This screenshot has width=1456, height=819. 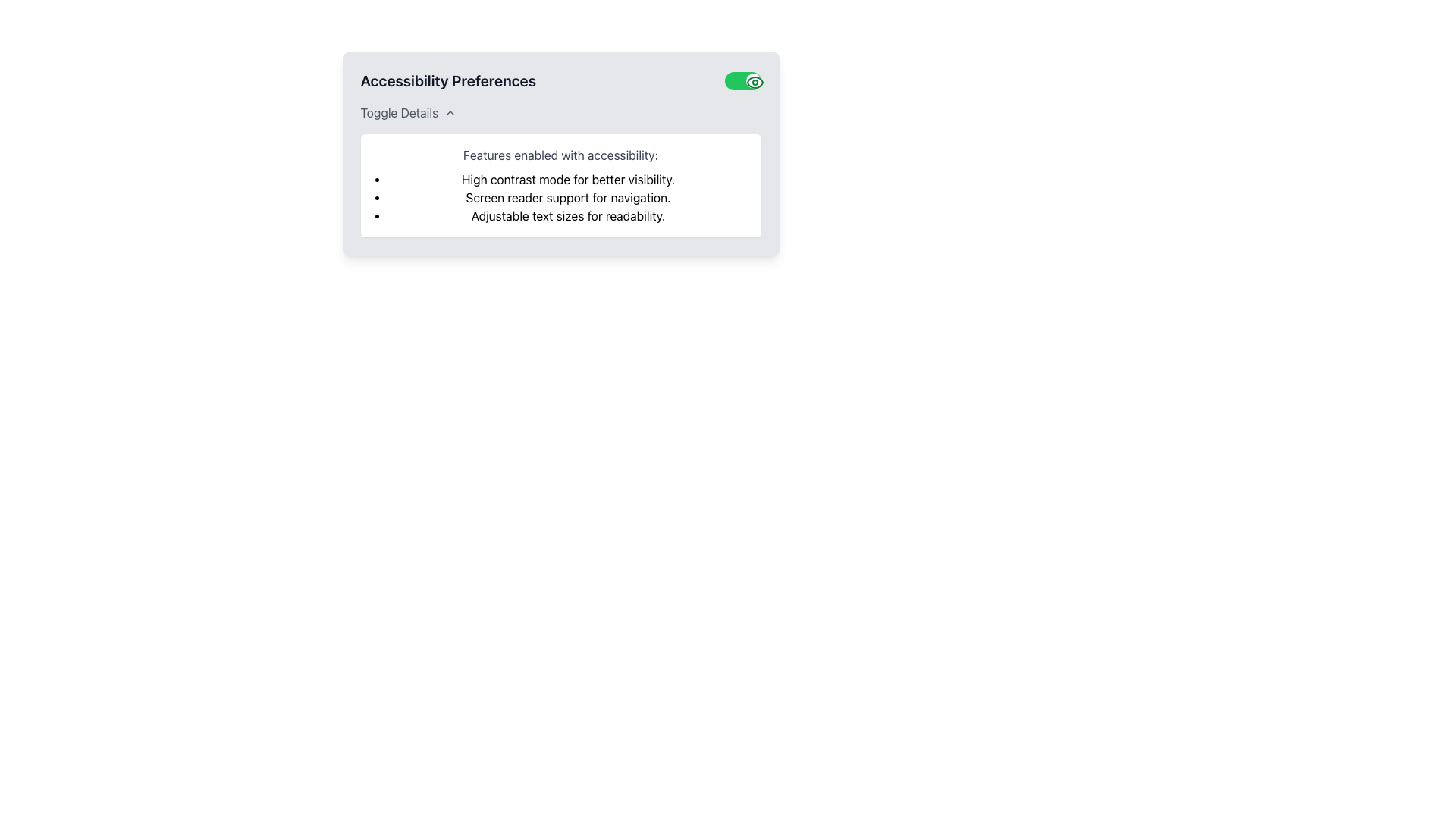 I want to click on the small circular toggle switch knob located at the right side of the green toggle switch within the 'Accessibility Preferences' section, so click(x=753, y=81).